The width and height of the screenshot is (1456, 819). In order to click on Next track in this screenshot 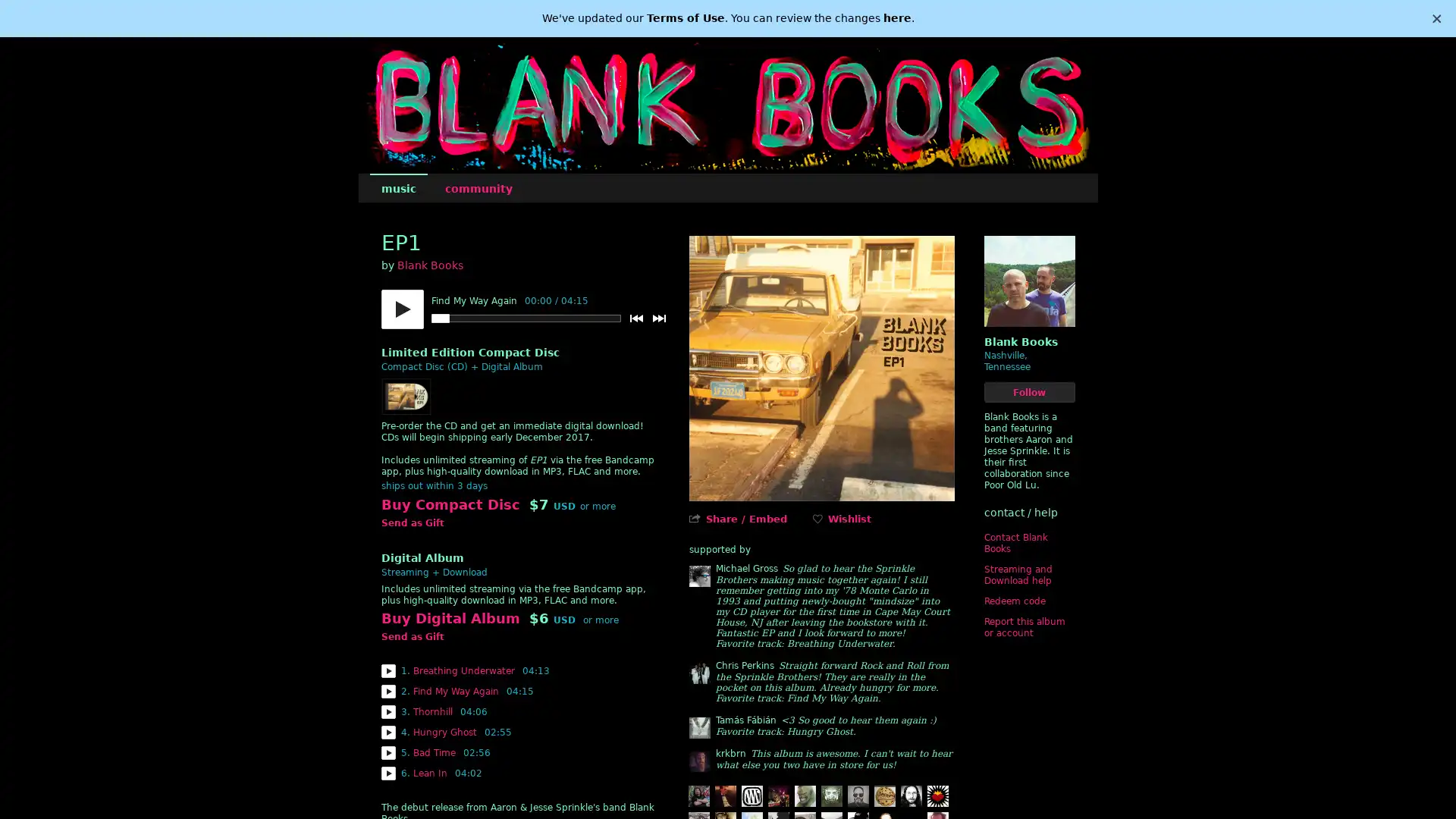, I will do `click(658, 318)`.